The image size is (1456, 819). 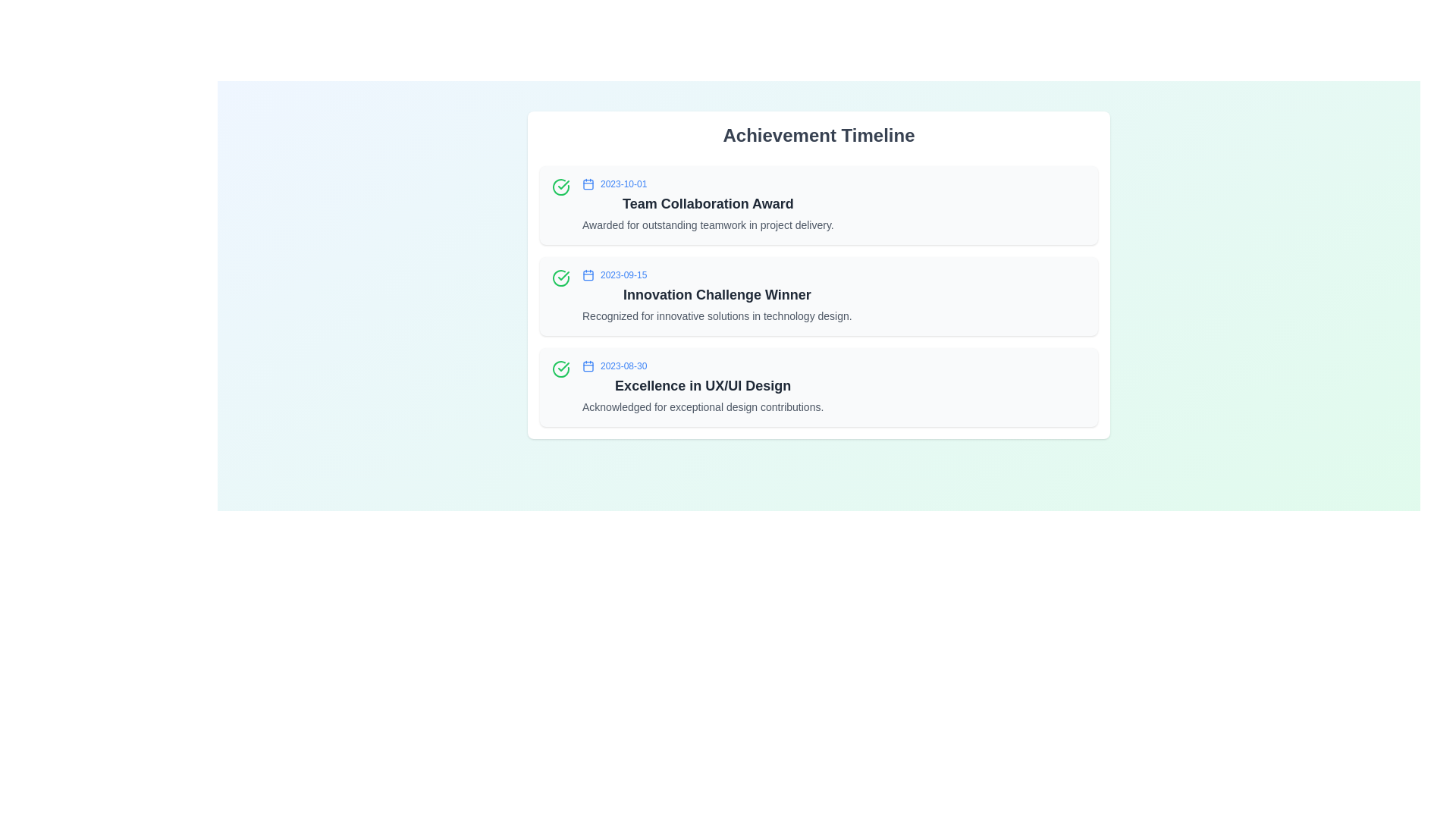 What do you see at coordinates (707, 225) in the screenshot?
I see `the static text label located below the 'Team Collaboration Award' title, which is styled in a small light gray sans-serif font` at bounding box center [707, 225].